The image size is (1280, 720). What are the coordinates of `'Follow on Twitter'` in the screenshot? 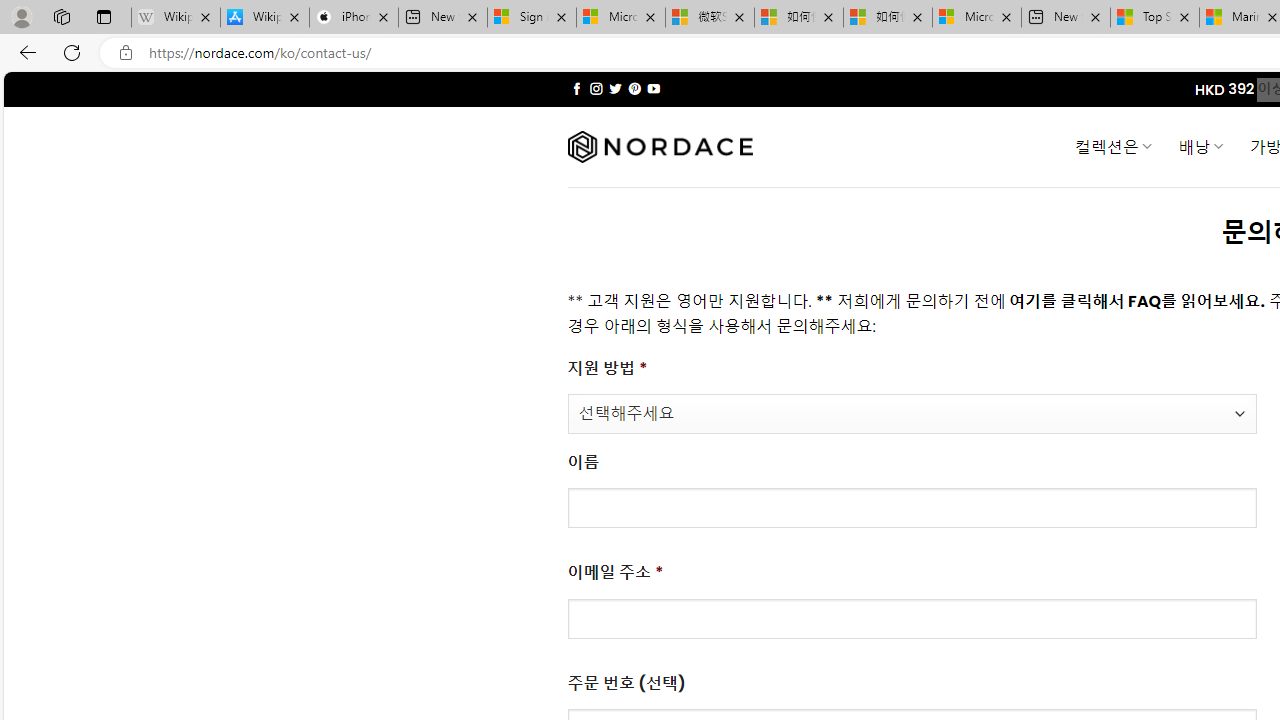 It's located at (614, 88).